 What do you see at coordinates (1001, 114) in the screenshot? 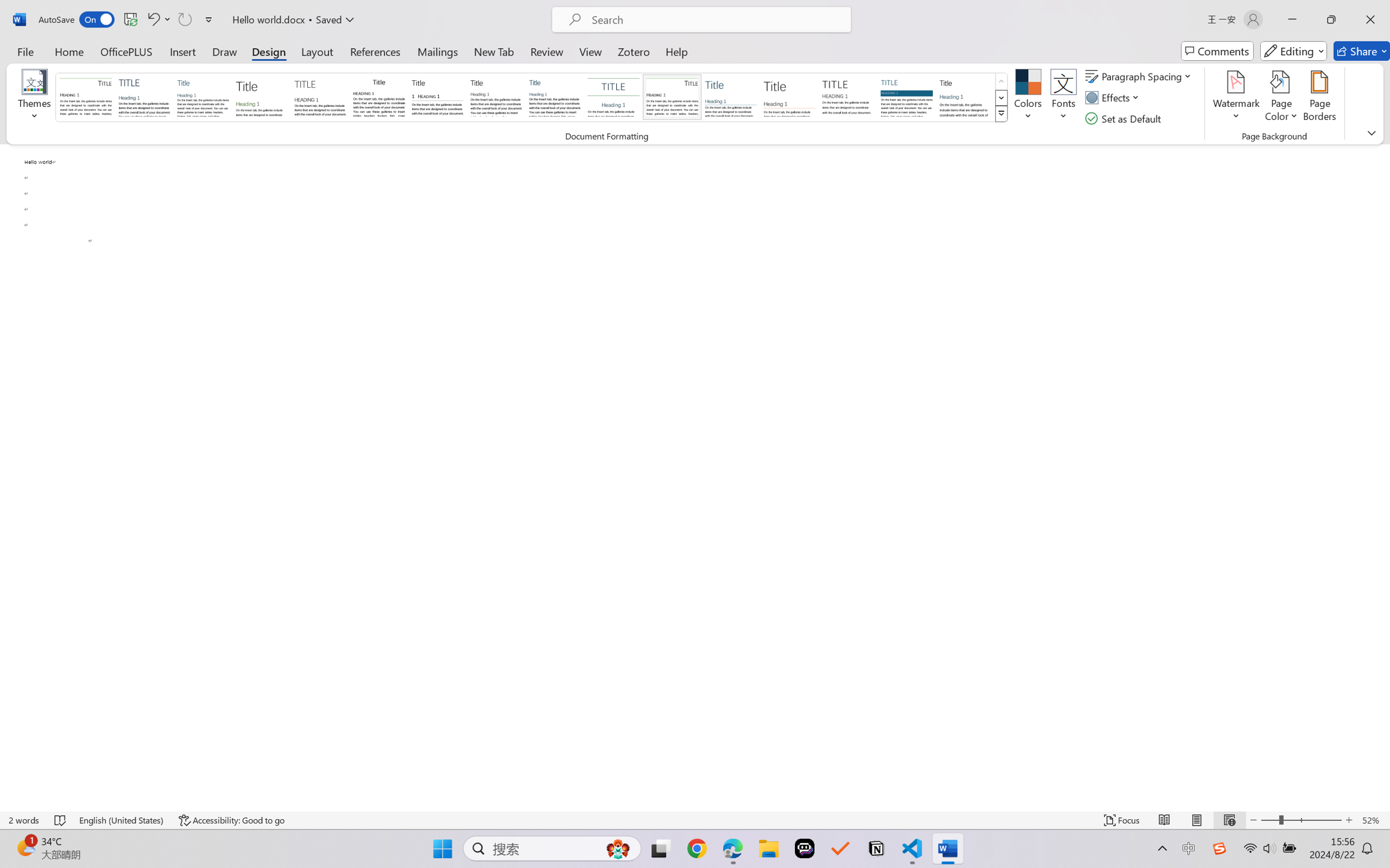
I see `'Style Set'` at bounding box center [1001, 114].